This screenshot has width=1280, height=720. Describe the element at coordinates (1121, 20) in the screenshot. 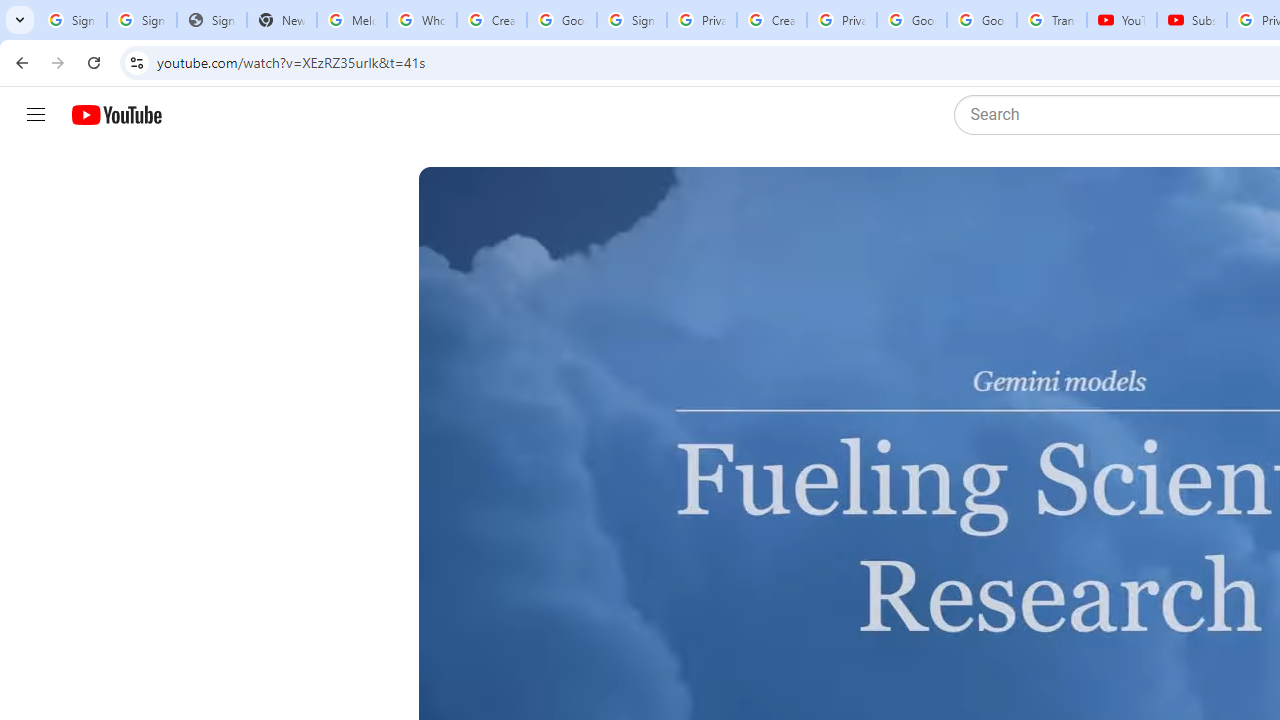

I see `'YouTube'` at that location.